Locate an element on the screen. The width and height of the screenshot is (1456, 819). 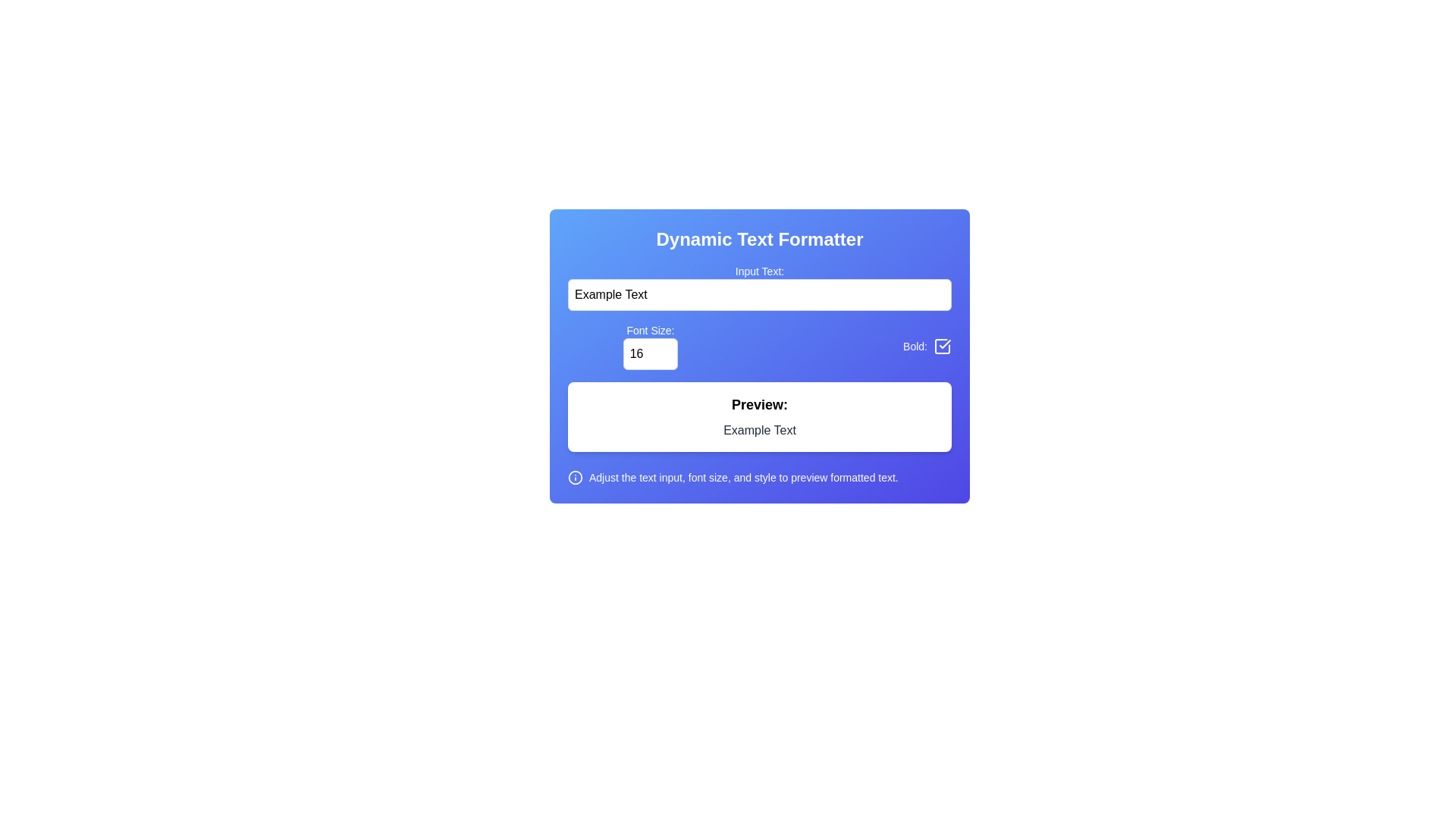
the 'Dynamic Text Formatter' header label, which is centrally located at the top of its section above the 'Input Text' field and 'Font Size' selector is located at coordinates (760, 239).